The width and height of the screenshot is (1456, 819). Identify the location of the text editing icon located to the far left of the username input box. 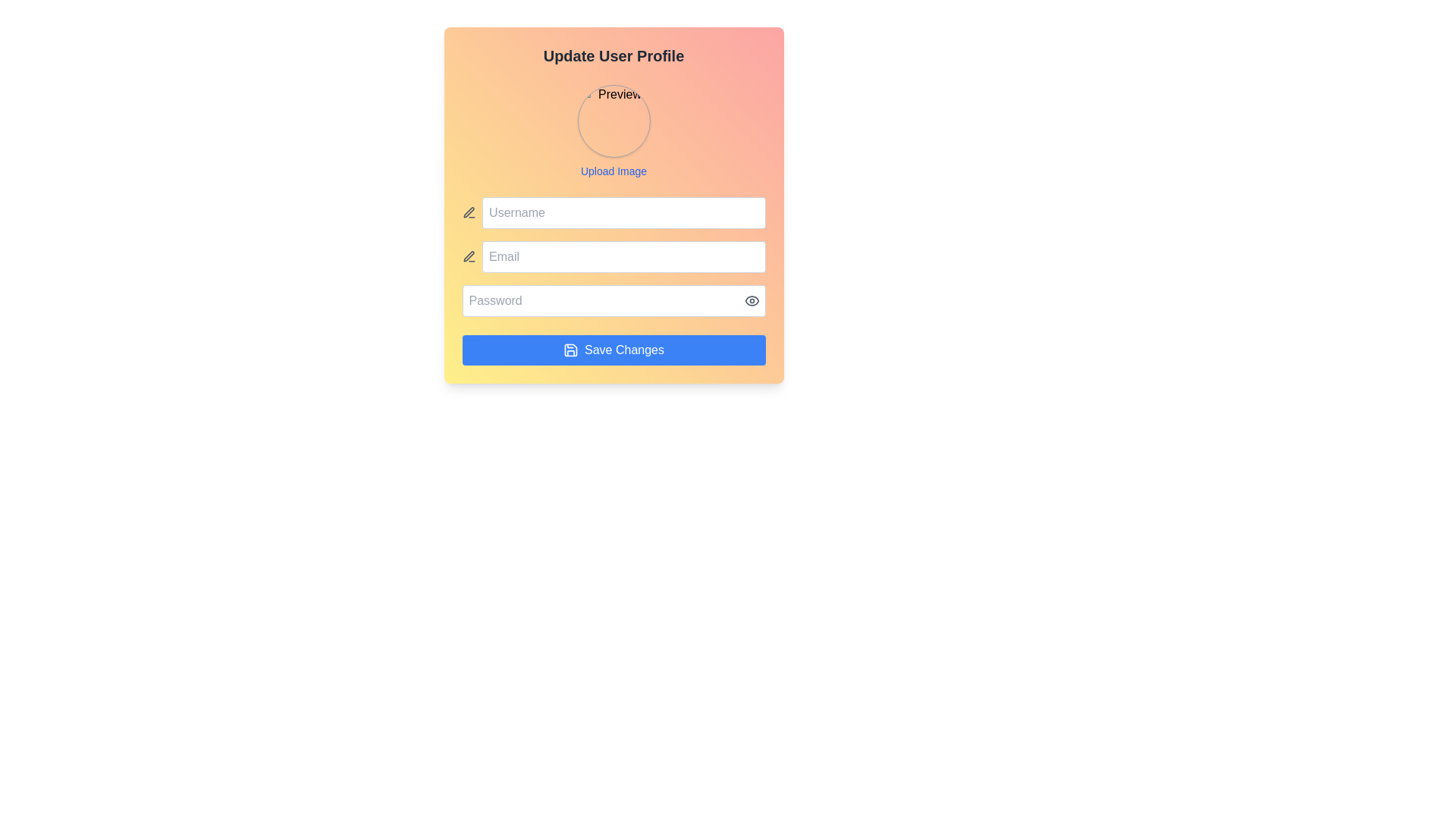
(468, 213).